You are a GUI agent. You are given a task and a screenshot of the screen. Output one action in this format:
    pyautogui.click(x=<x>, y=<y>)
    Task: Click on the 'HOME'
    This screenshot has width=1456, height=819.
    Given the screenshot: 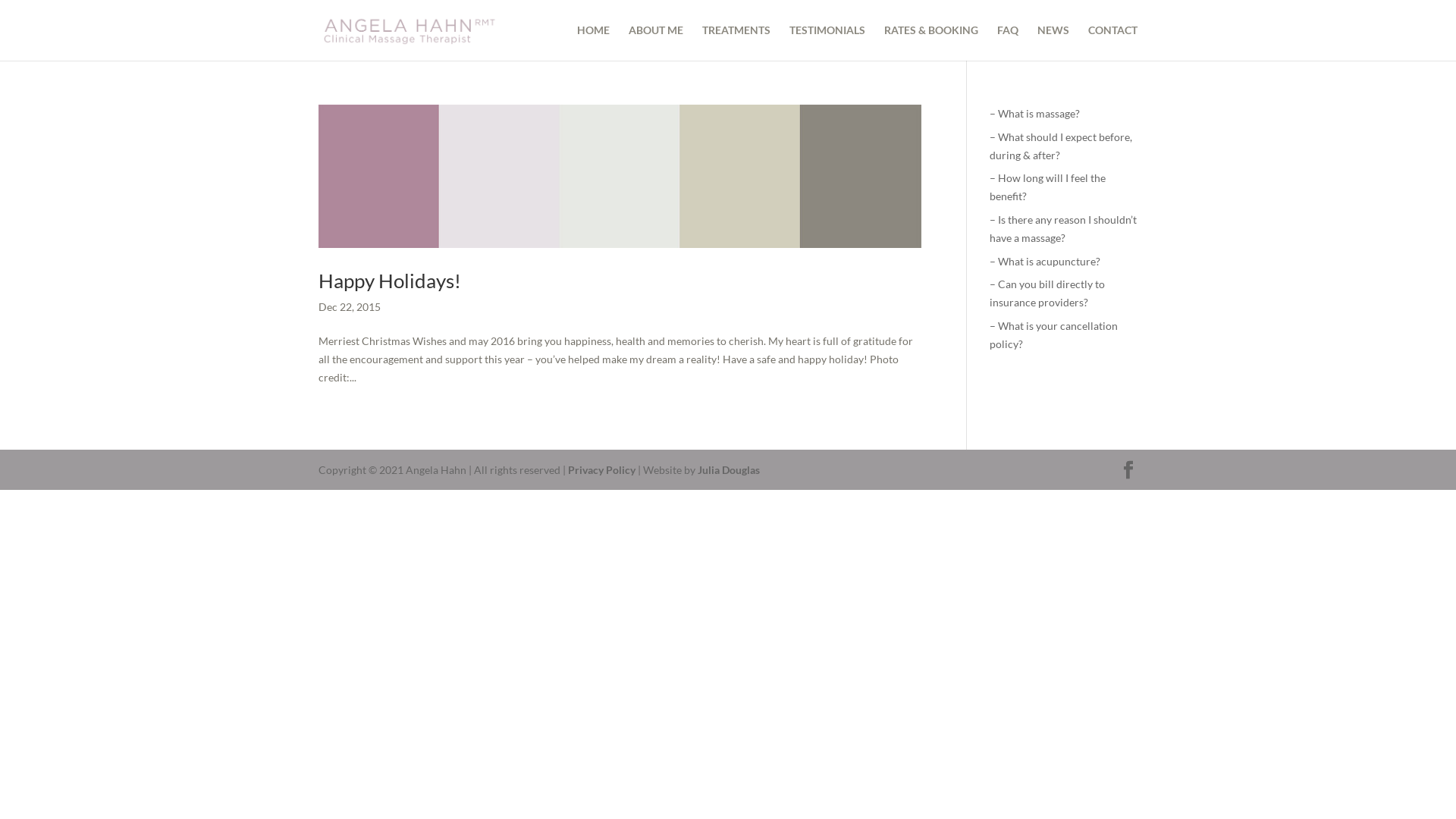 What is the action you would take?
    pyautogui.click(x=592, y=42)
    